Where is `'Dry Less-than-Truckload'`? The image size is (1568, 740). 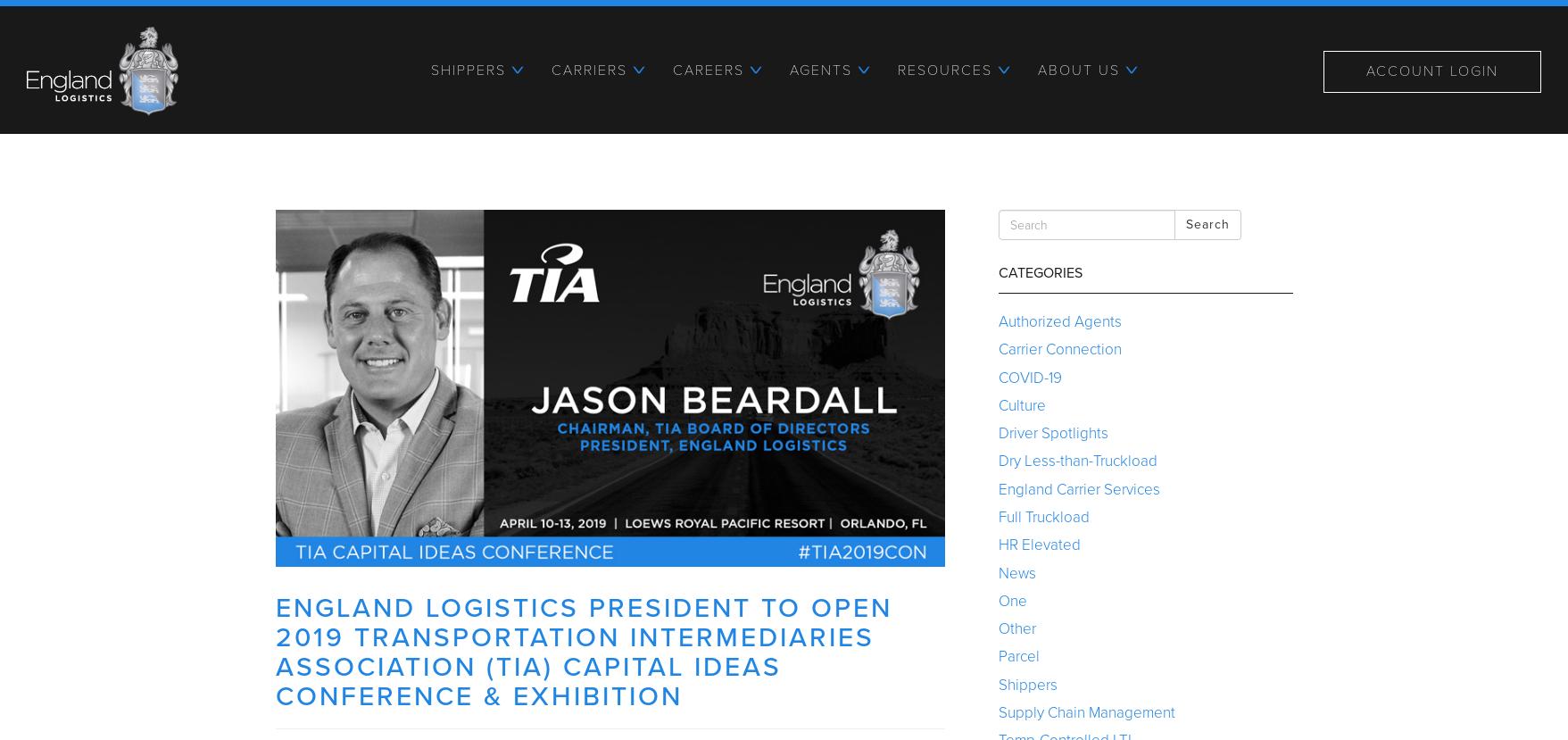
'Dry Less-than-Truckload' is located at coordinates (1076, 460).